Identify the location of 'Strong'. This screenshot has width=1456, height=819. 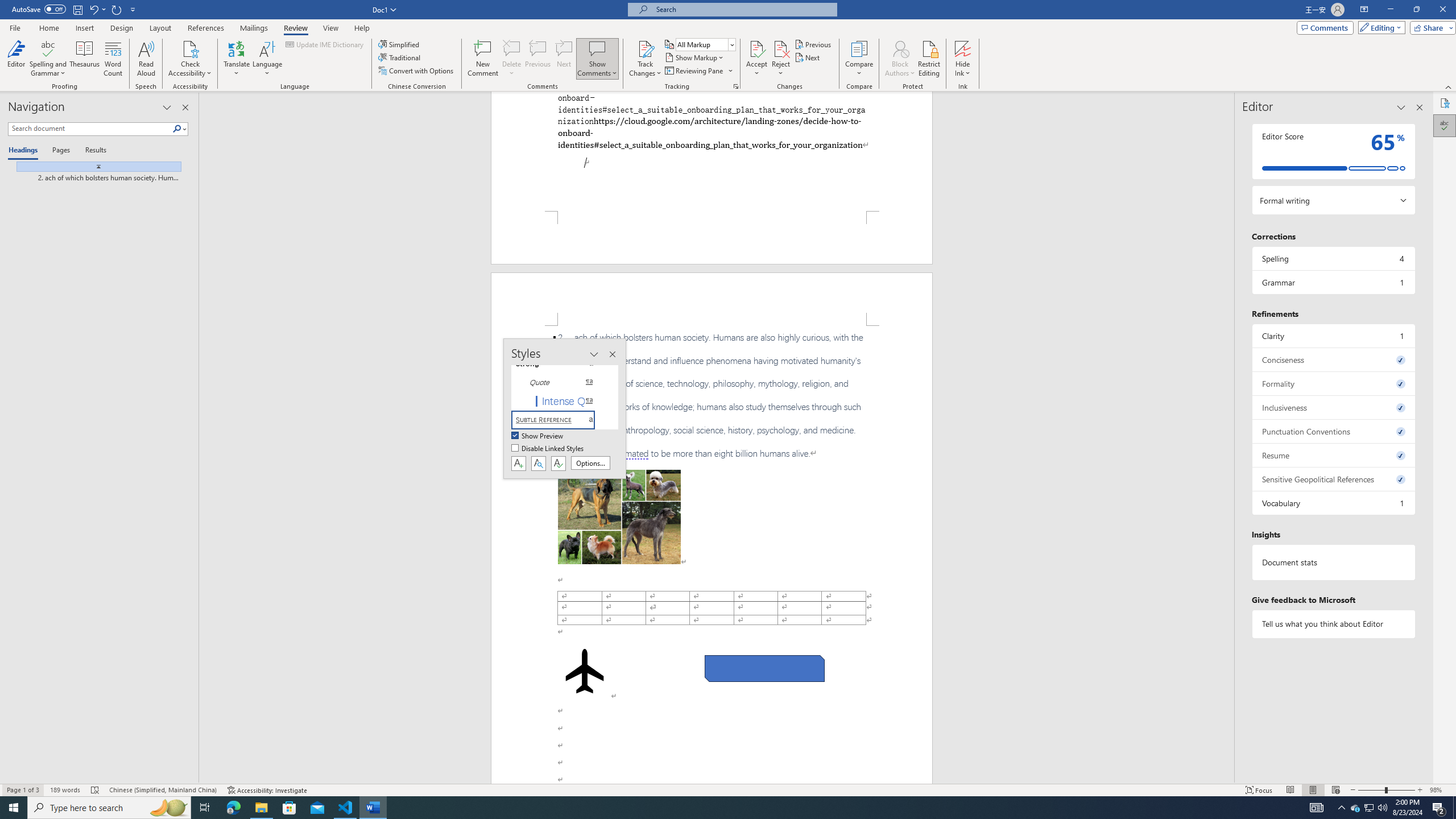
(559, 363).